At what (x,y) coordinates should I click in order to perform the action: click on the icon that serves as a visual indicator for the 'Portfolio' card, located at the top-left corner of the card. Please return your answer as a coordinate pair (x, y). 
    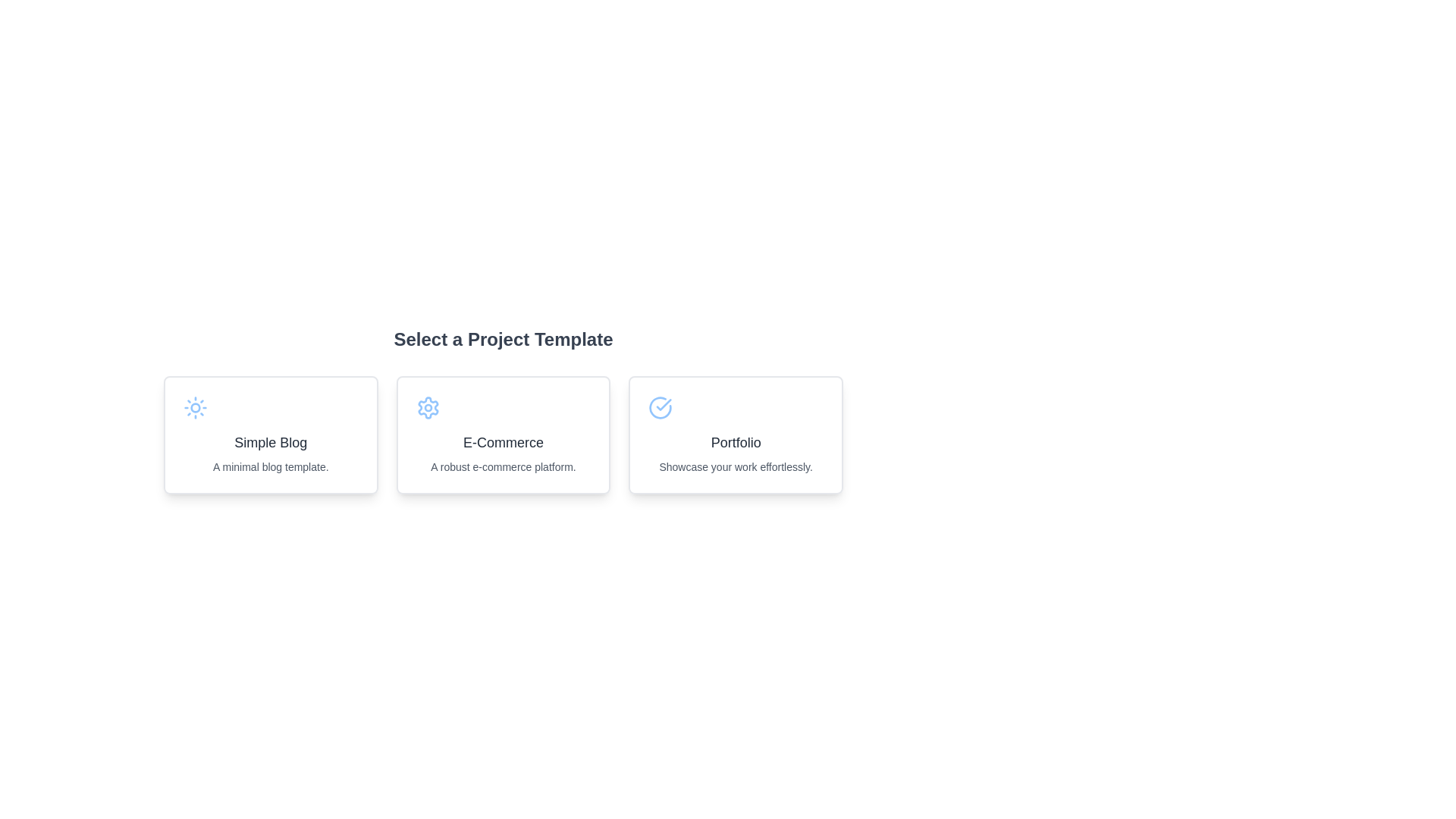
    Looking at the image, I should click on (661, 406).